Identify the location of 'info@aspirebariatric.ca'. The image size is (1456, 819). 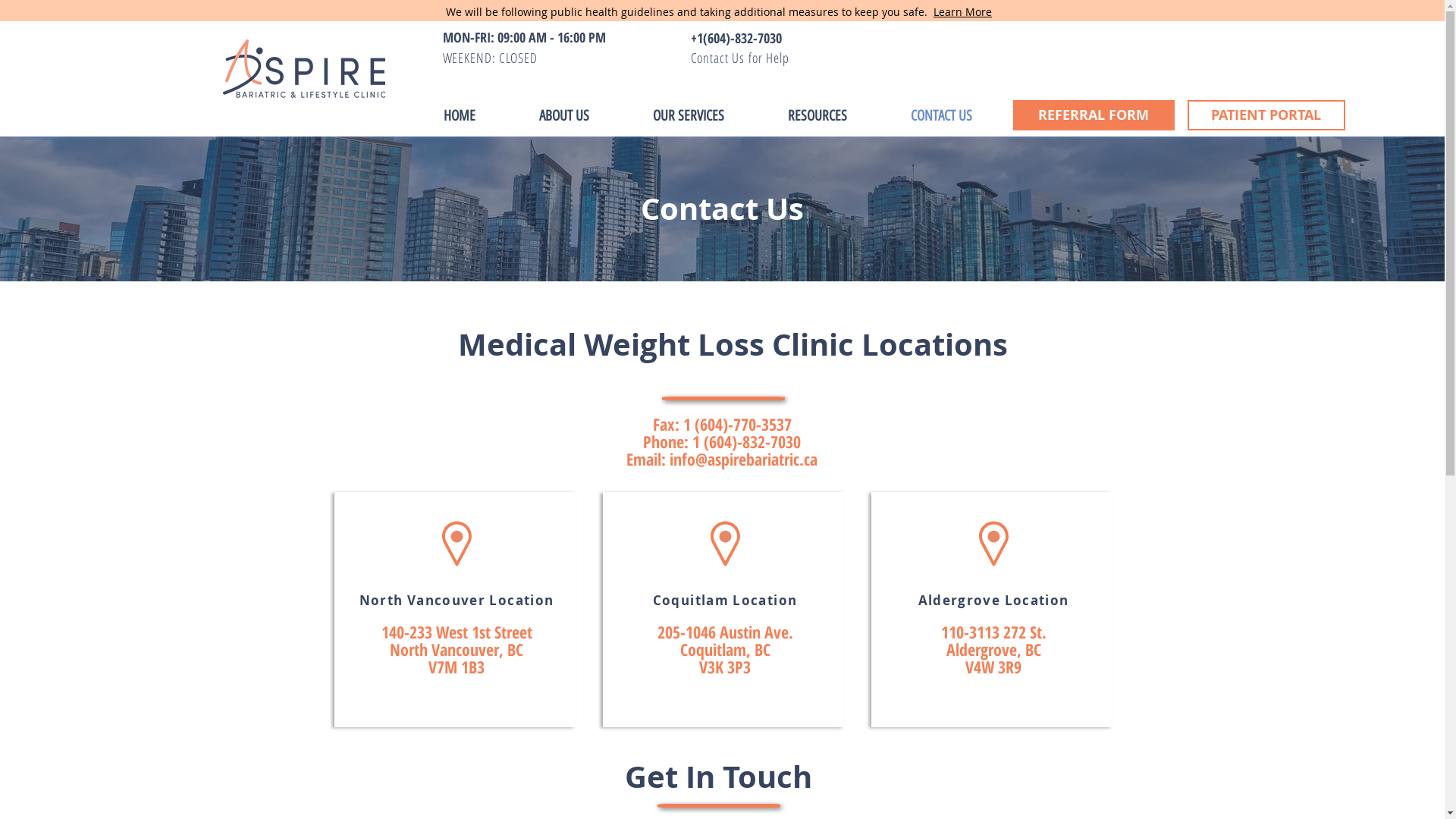
(743, 458).